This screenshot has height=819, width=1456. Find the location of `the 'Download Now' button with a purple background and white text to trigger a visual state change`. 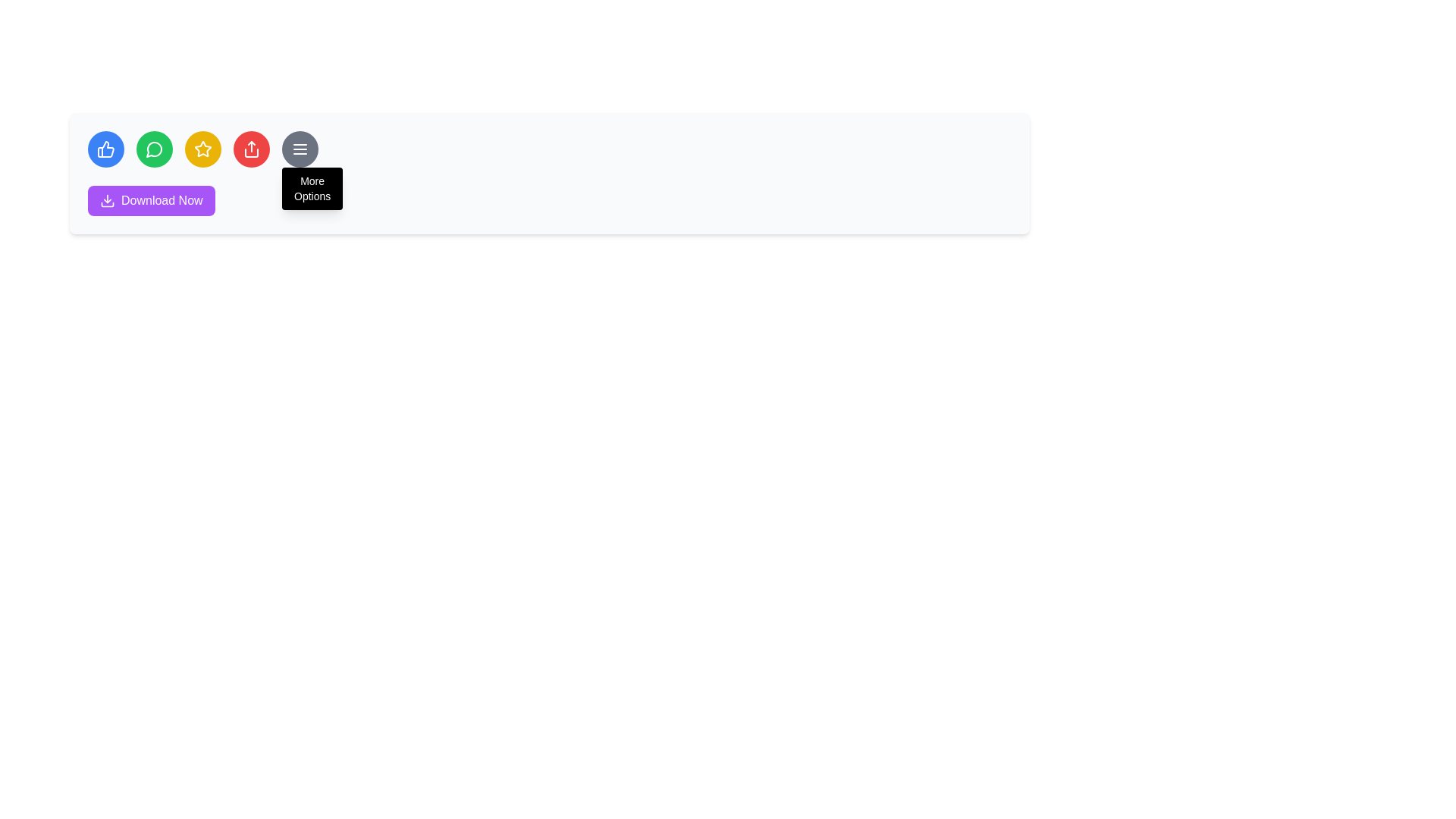

the 'Download Now' button with a purple background and white text to trigger a visual state change is located at coordinates (151, 200).